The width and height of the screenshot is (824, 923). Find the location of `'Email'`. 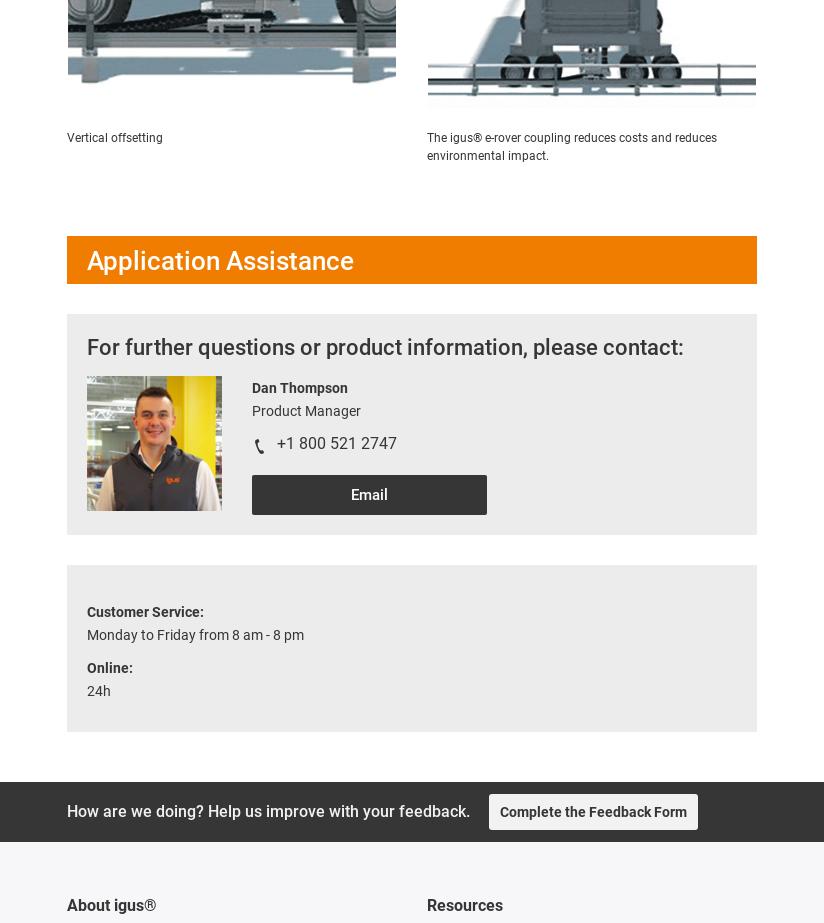

'Email' is located at coordinates (368, 494).